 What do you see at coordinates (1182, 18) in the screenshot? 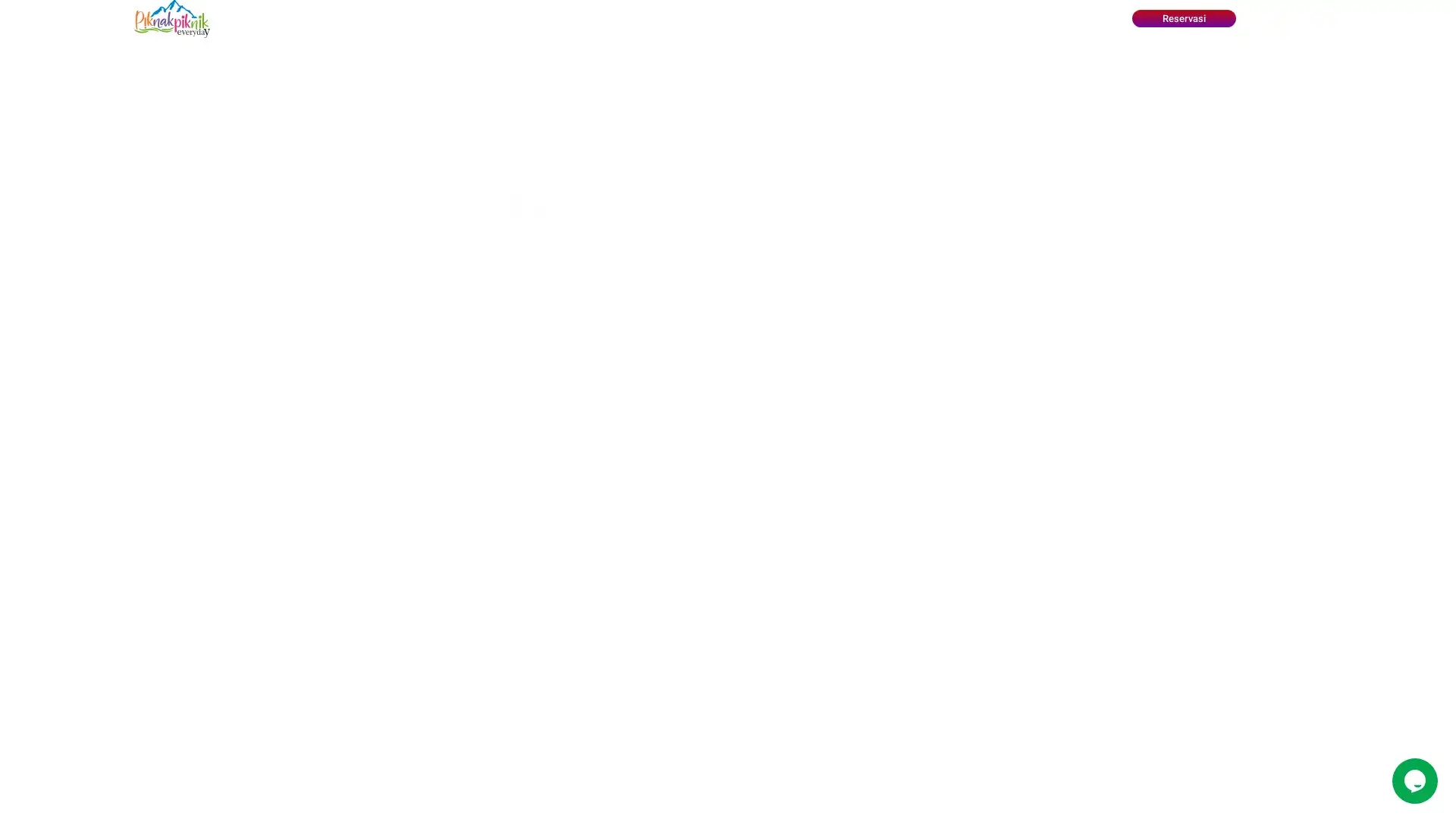
I see `Reservasi` at bounding box center [1182, 18].